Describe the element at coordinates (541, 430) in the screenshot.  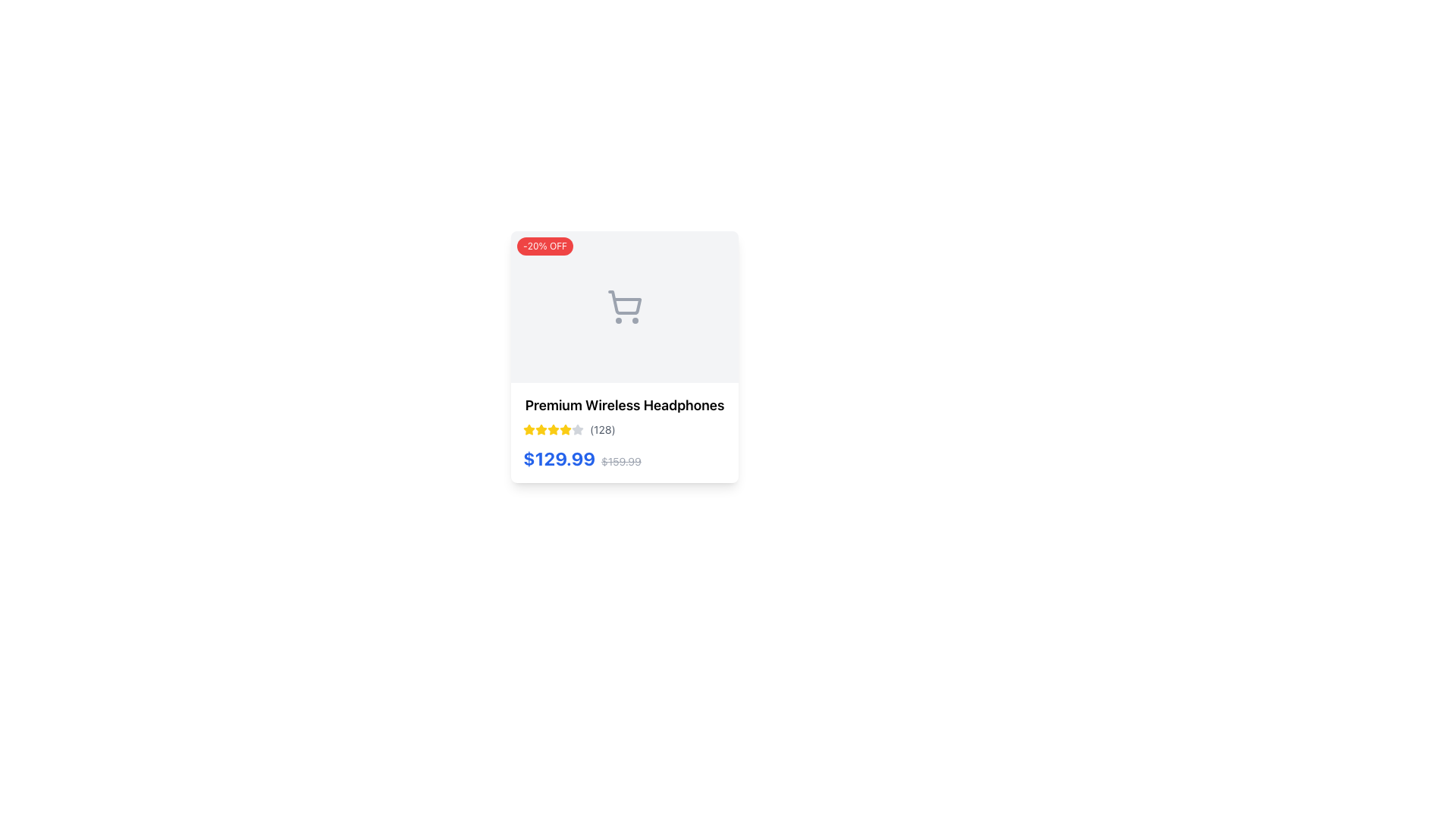
I see `the third star icon in the five-star rating system located on the left side of the product information card, above the price section` at that location.